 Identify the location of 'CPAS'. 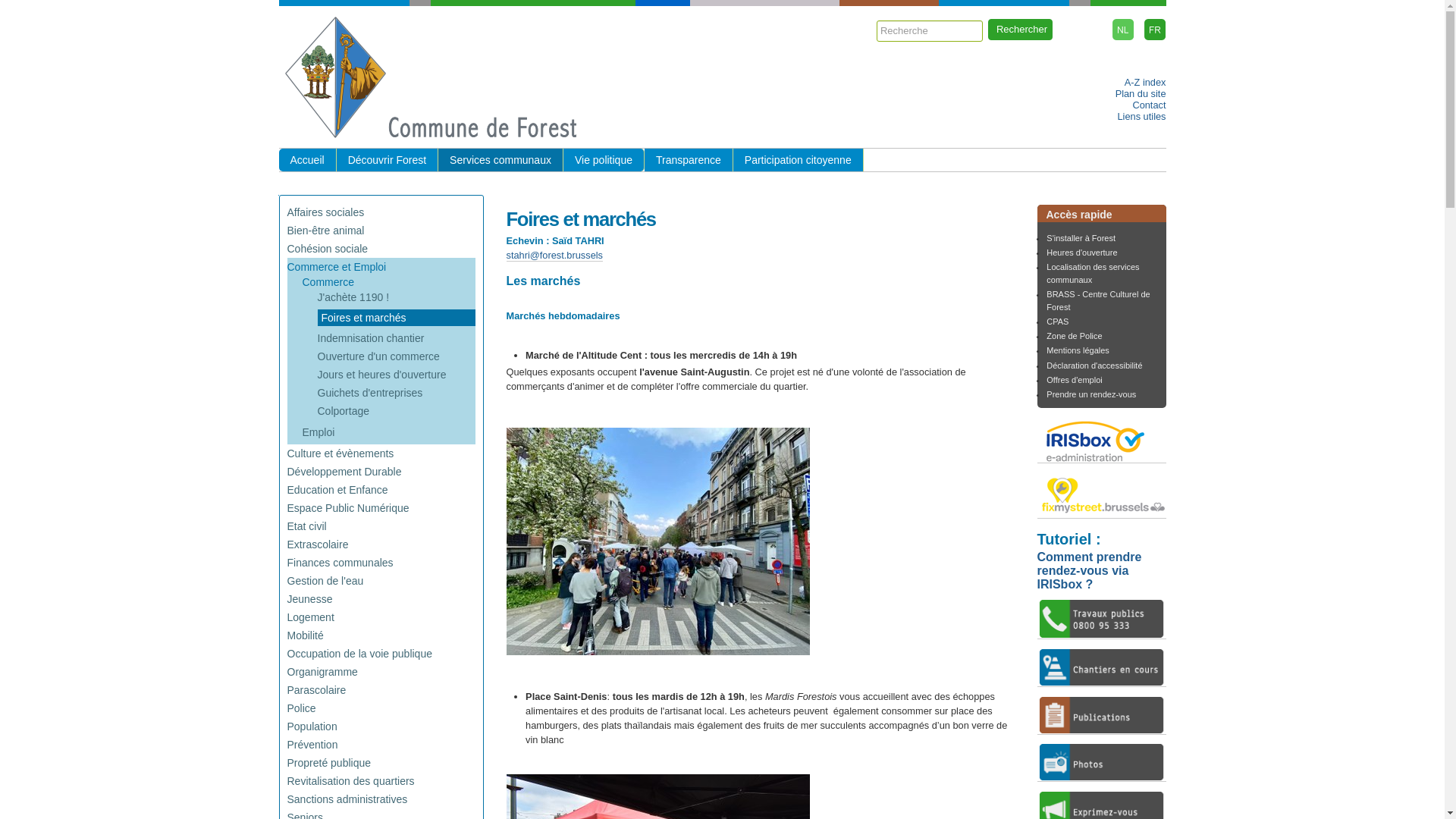
(1056, 321).